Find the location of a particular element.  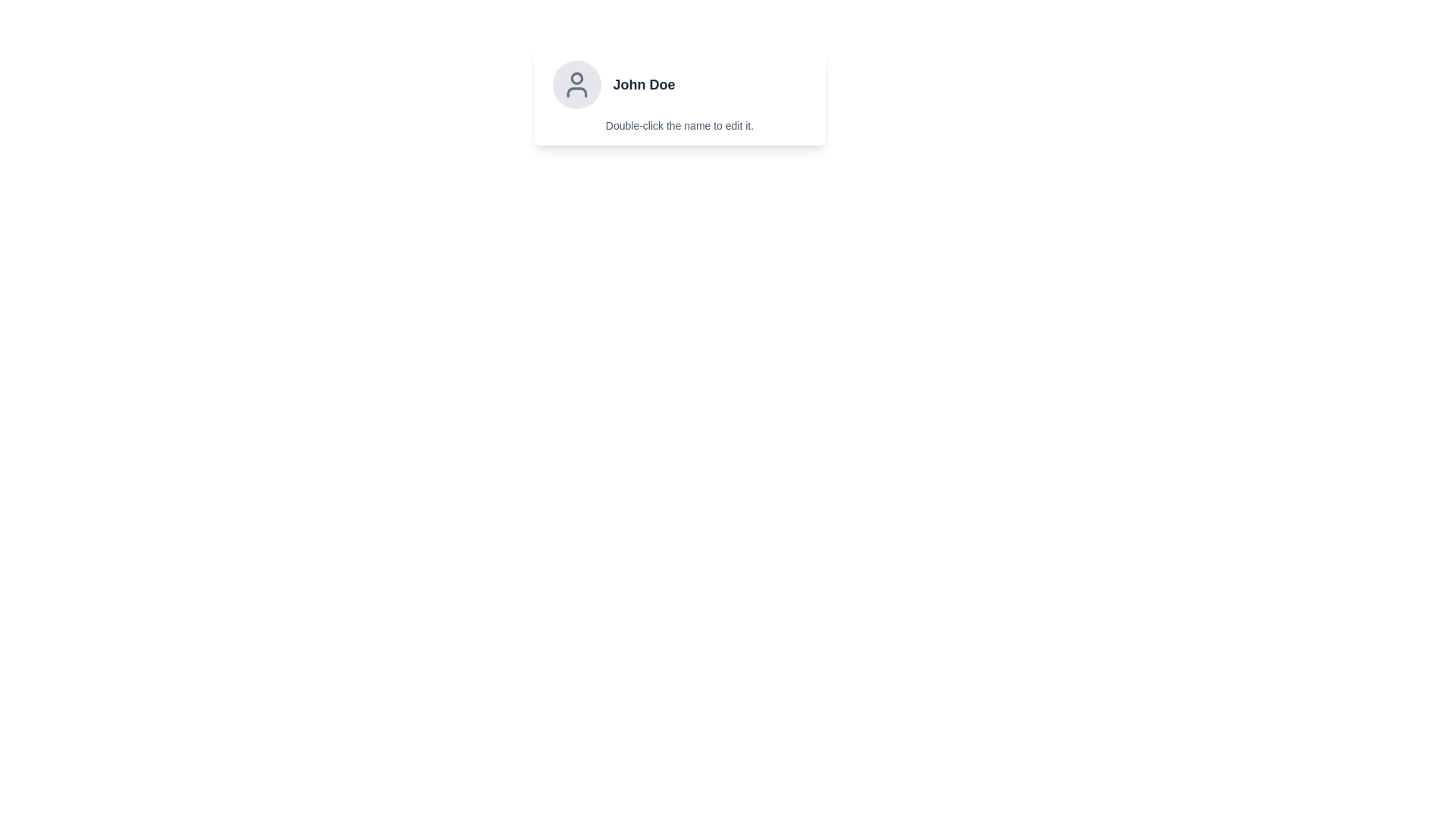

the Text label that provides editing instructions, located below the 'John Doe' text and user icon is located at coordinates (679, 124).